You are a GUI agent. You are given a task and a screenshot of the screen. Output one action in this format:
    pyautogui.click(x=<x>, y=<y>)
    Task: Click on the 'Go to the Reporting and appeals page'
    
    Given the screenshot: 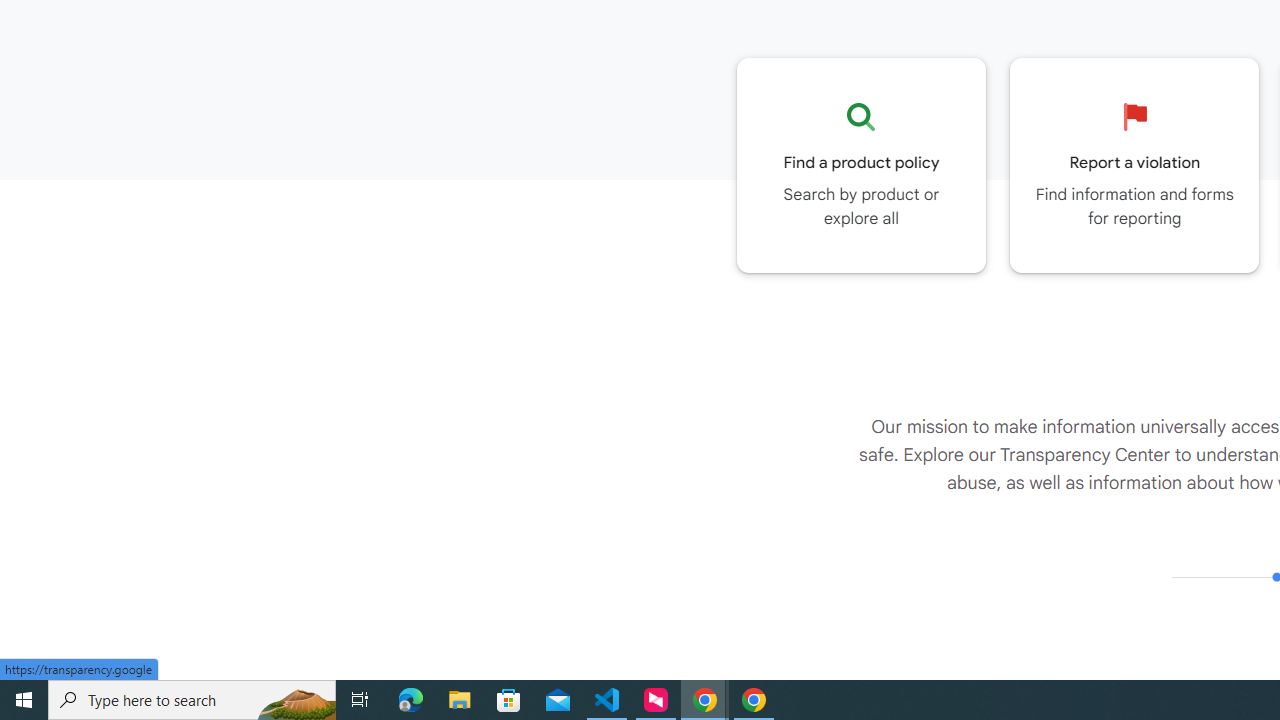 What is the action you would take?
    pyautogui.click(x=1134, y=164)
    